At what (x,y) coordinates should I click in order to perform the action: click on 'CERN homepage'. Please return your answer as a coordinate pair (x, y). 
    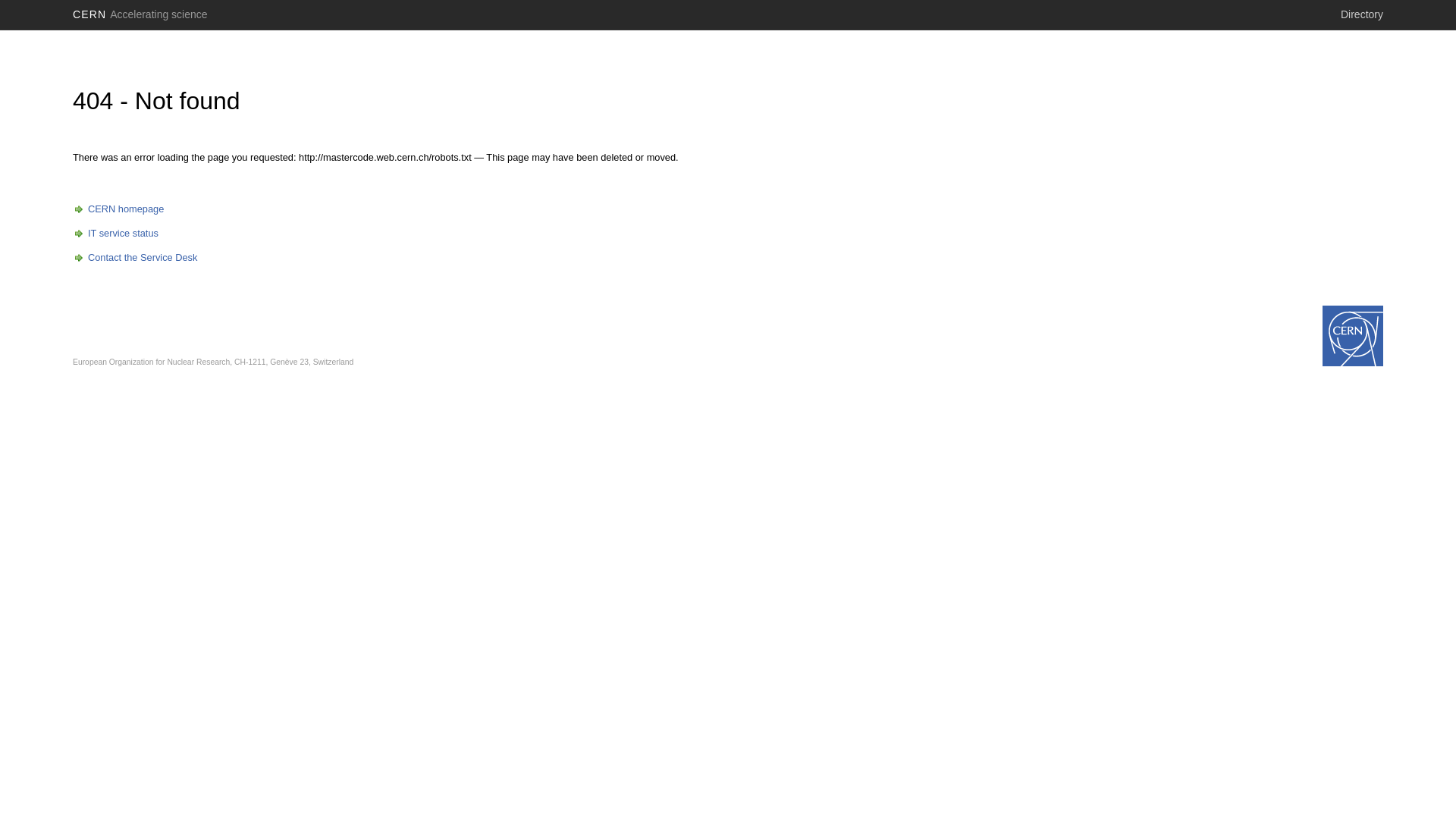
    Looking at the image, I should click on (118, 209).